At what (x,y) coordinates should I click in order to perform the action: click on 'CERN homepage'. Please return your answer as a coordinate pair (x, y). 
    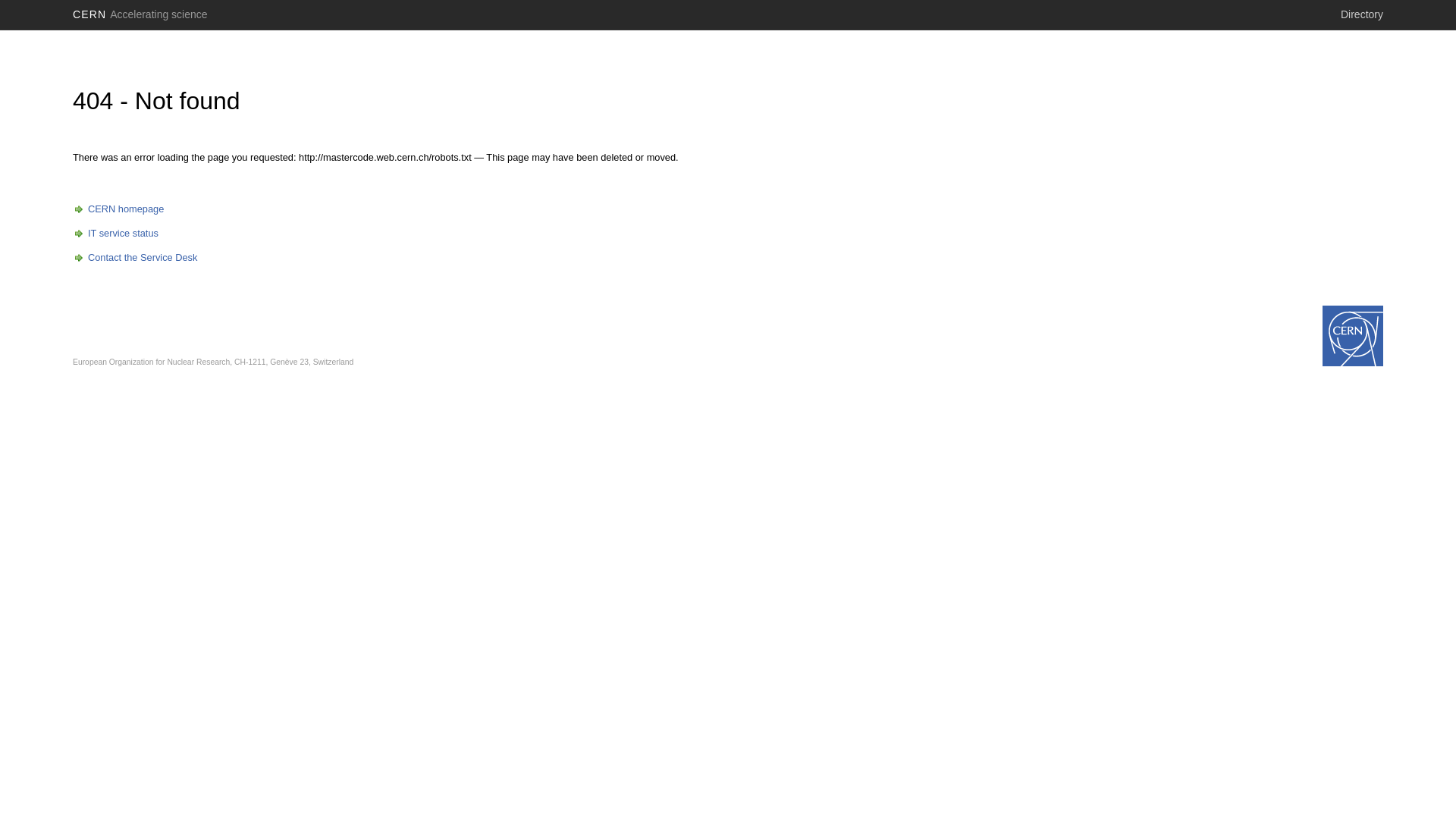
    Looking at the image, I should click on (118, 209).